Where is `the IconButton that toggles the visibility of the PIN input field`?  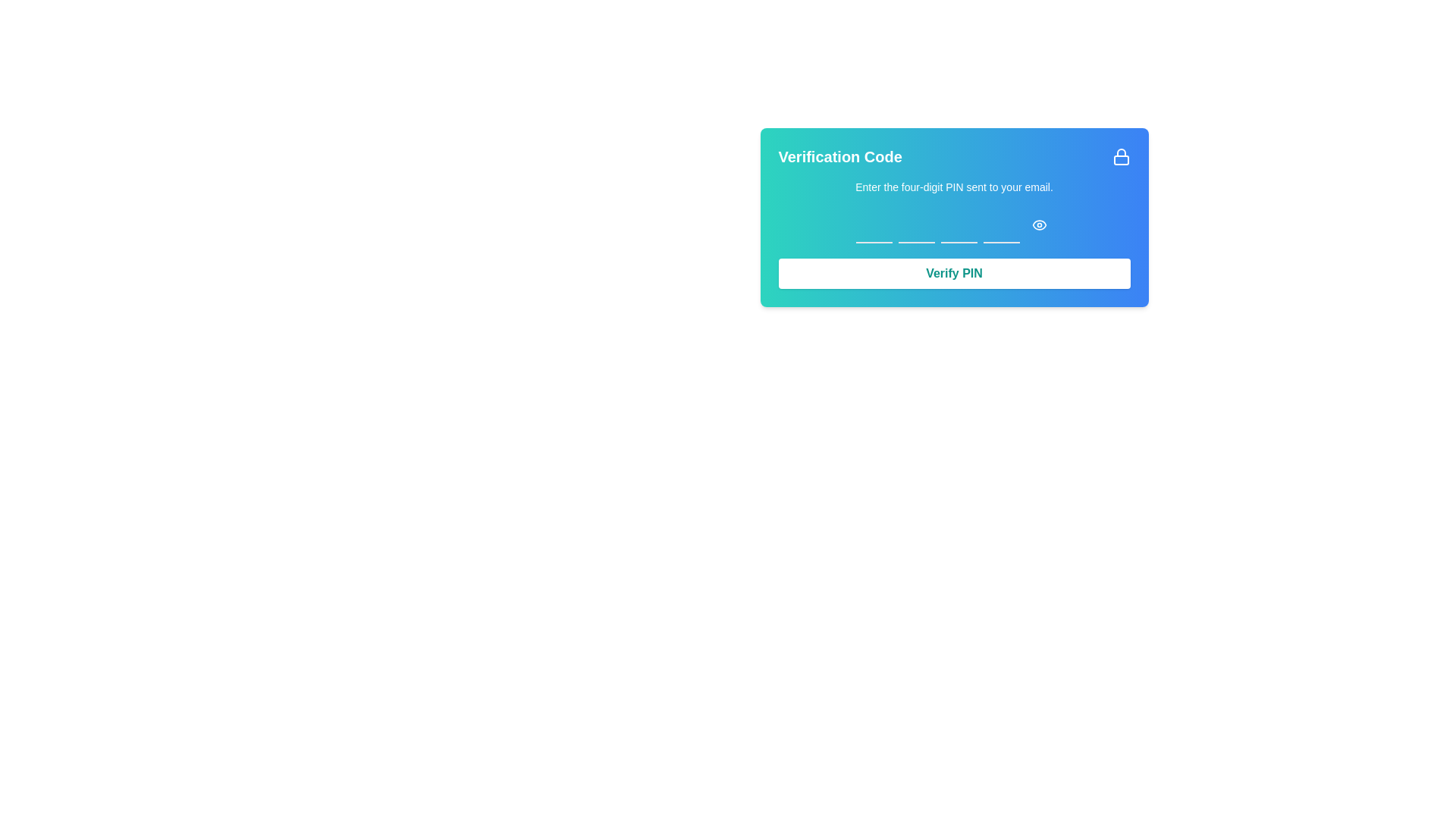 the IconButton that toggles the visibility of the PIN input field is located at coordinates (1038, 225).